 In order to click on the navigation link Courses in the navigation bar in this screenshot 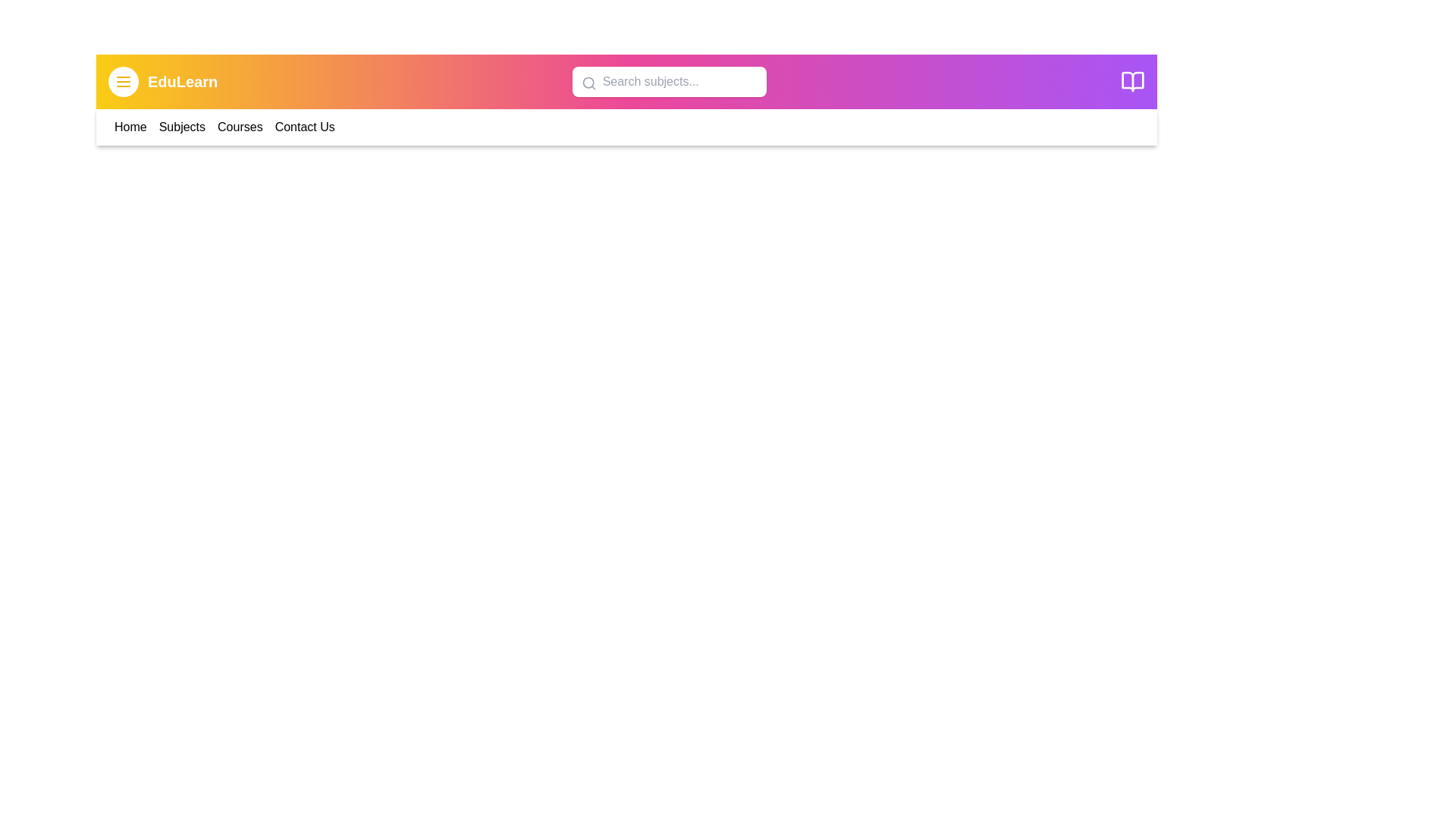, I will do `click(239, 127)`.